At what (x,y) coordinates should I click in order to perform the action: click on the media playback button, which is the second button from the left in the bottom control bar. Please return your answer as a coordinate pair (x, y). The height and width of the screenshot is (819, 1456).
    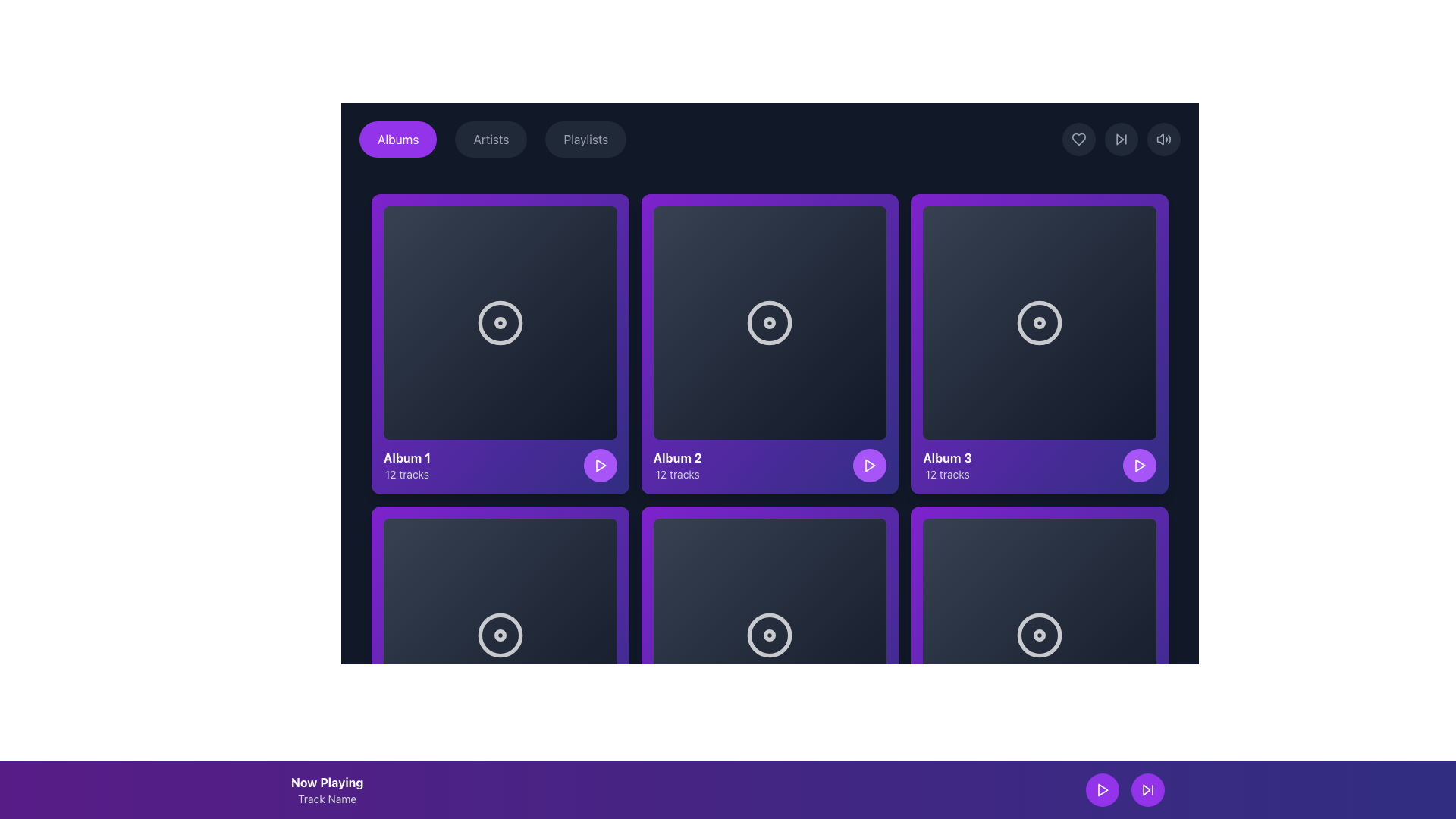
    Looking at the image, I should click on (1139, 777).